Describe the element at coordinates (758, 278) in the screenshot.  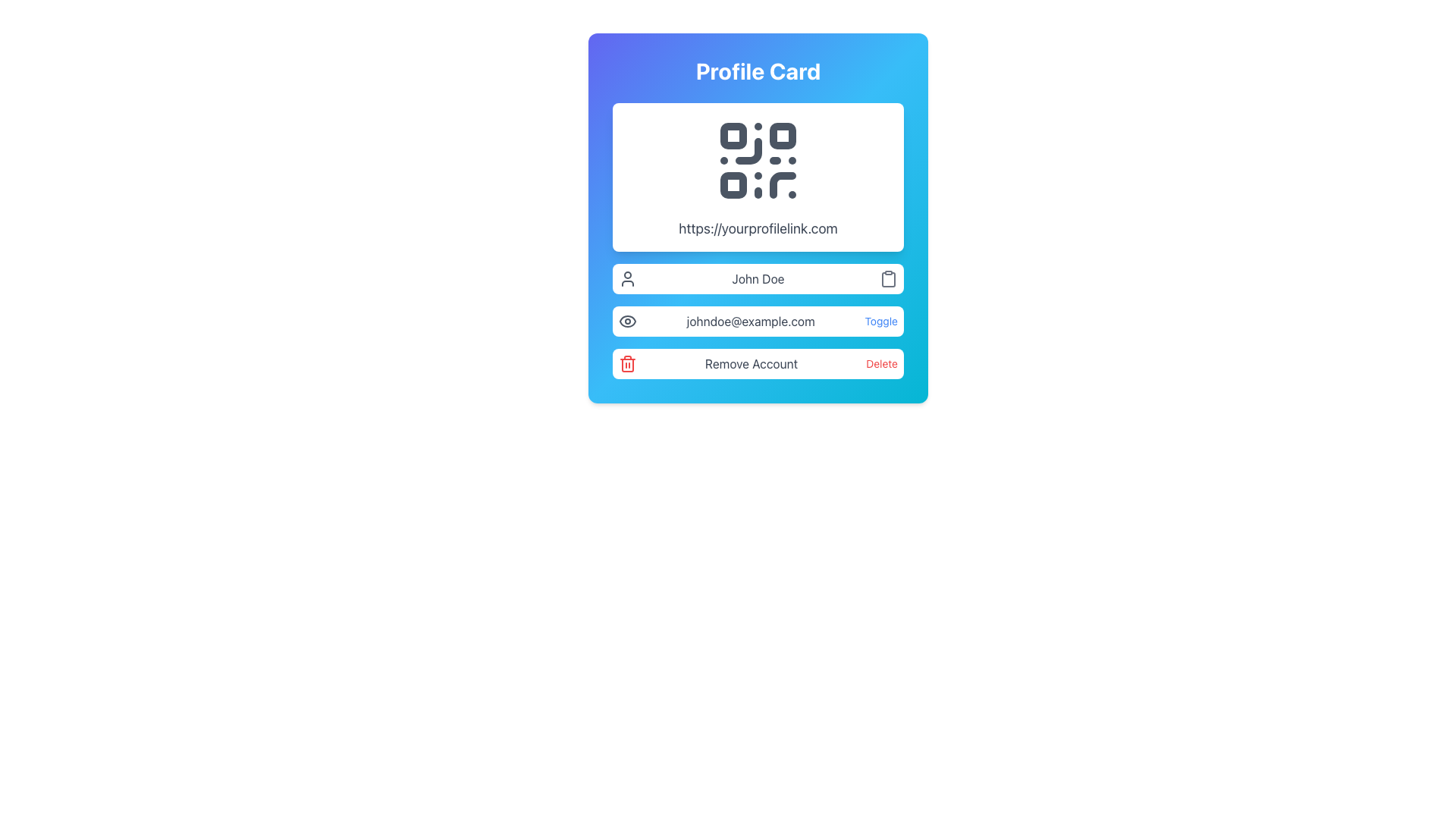
I see `the static text label displaying the user's name in the profile card section, which is positioned beneath the main title and flanked by a user icon and a clipboard icon` at that location.